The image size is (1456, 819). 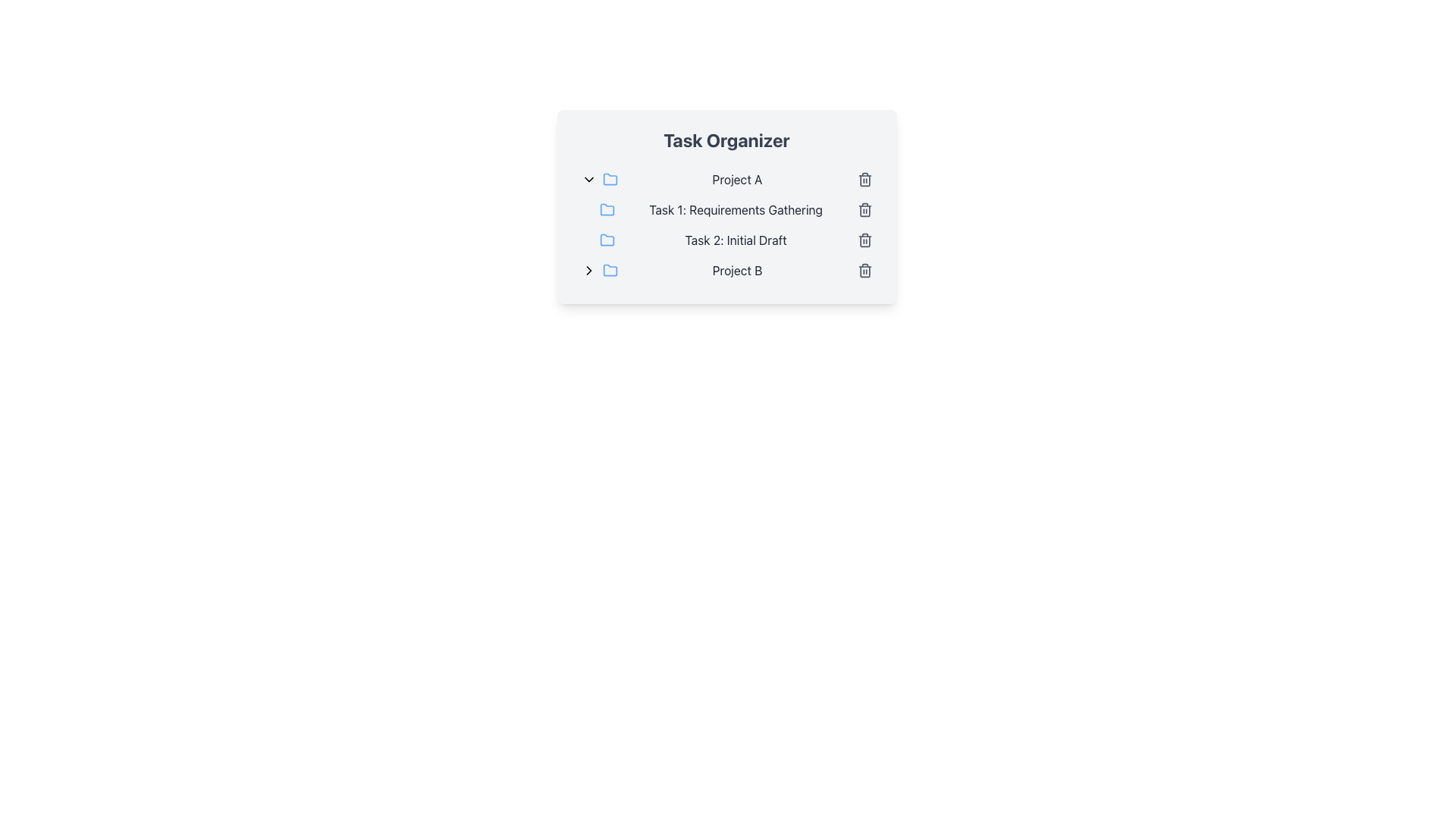 I want to click on the list item labeled 'Task 2: Initial Draft', so click(x=736, y=239).